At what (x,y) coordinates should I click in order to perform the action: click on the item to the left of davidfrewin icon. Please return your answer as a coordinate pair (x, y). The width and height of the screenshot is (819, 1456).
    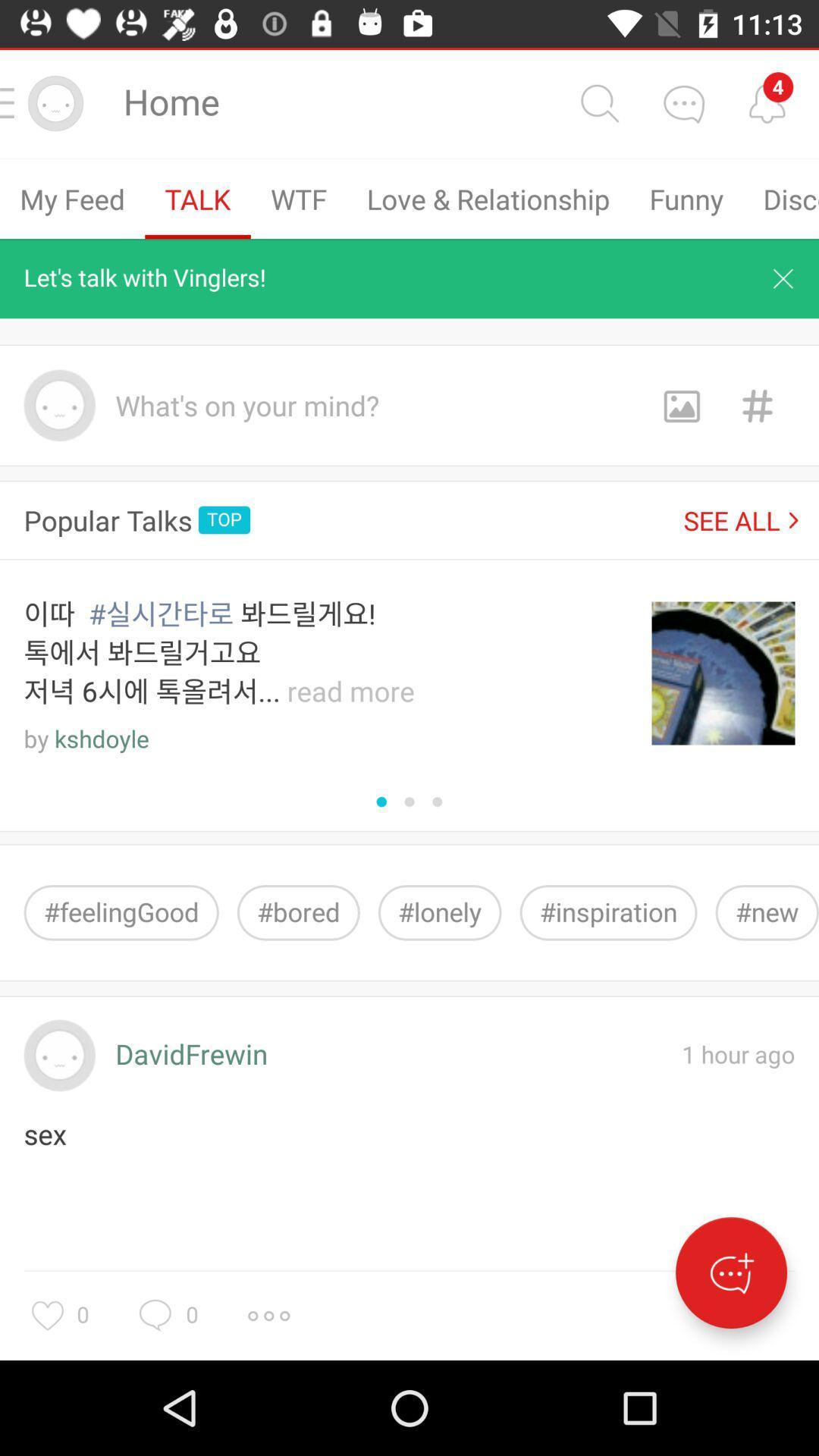
    Looking at the image, I should click on (58, 1055).